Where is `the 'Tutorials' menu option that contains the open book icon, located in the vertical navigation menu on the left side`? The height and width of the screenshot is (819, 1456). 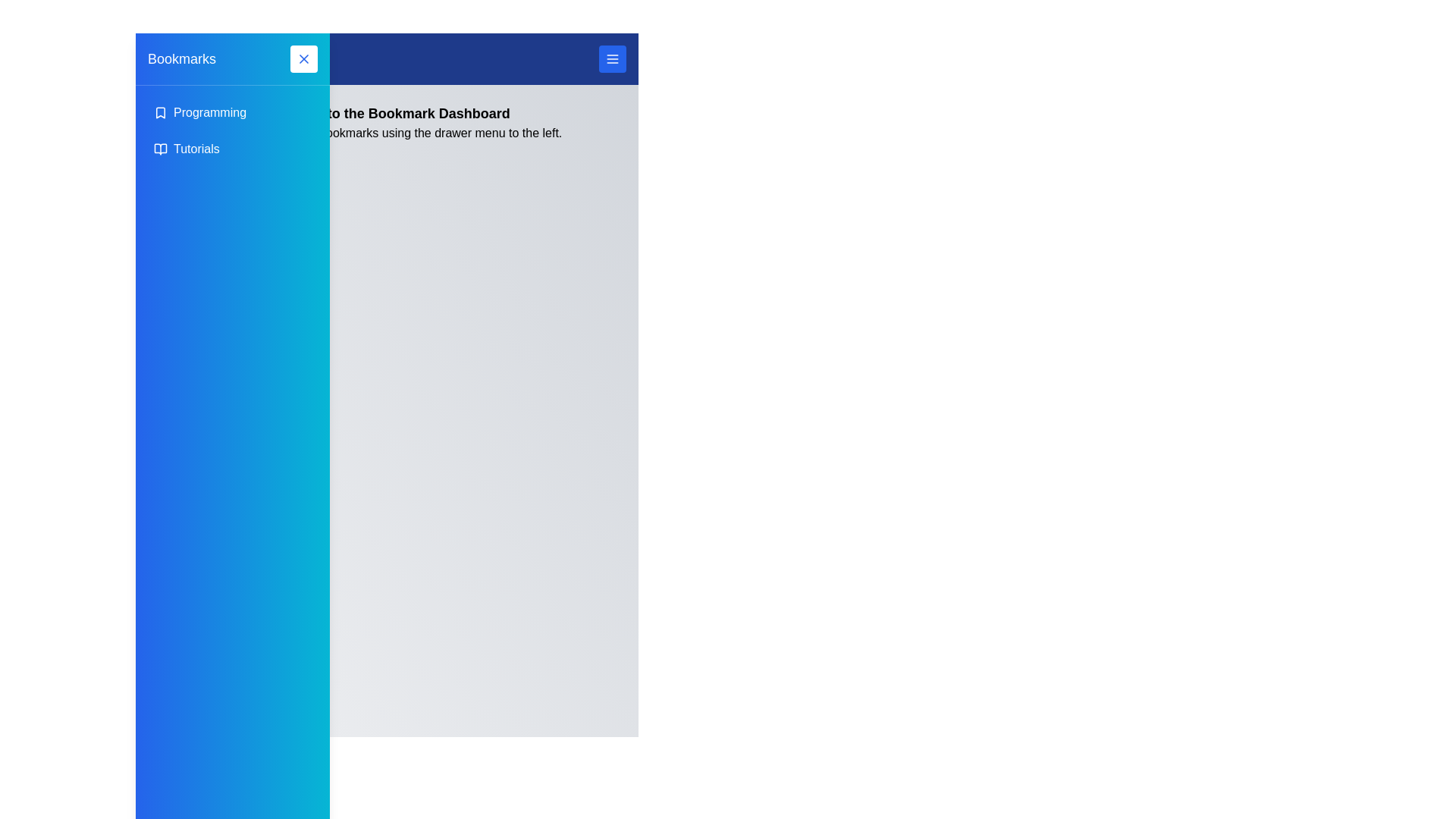 the 'Tutorials' menu option that contains the open book icon, located in the vertical navigation menu on the left side is located at coordinates (160, 149).